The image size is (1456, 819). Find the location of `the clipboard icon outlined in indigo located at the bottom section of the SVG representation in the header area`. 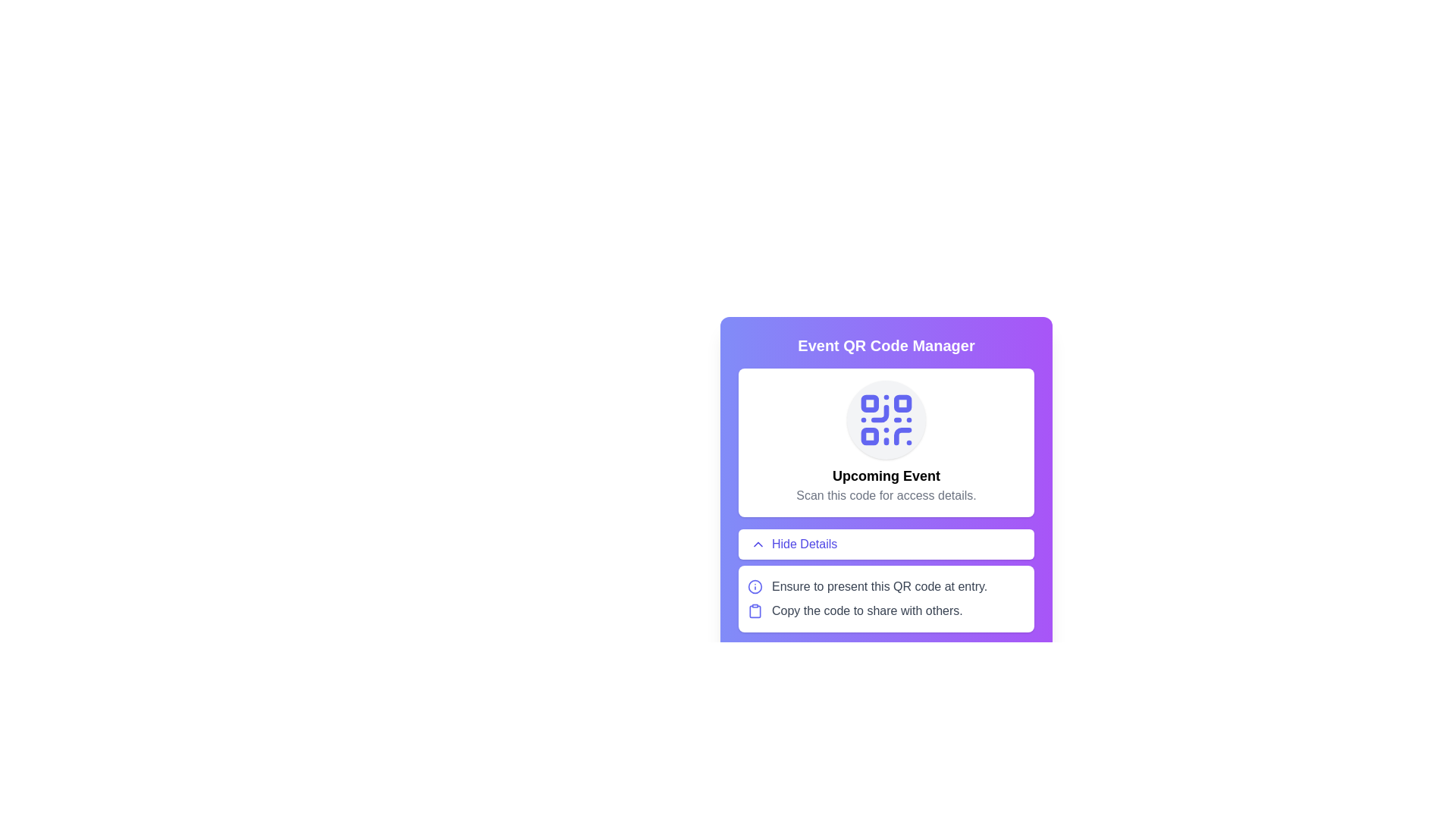

the clipboard icon outlined in indigo located at the bottom section of the SVG representation in the header area is located at coordinates (755, 610).